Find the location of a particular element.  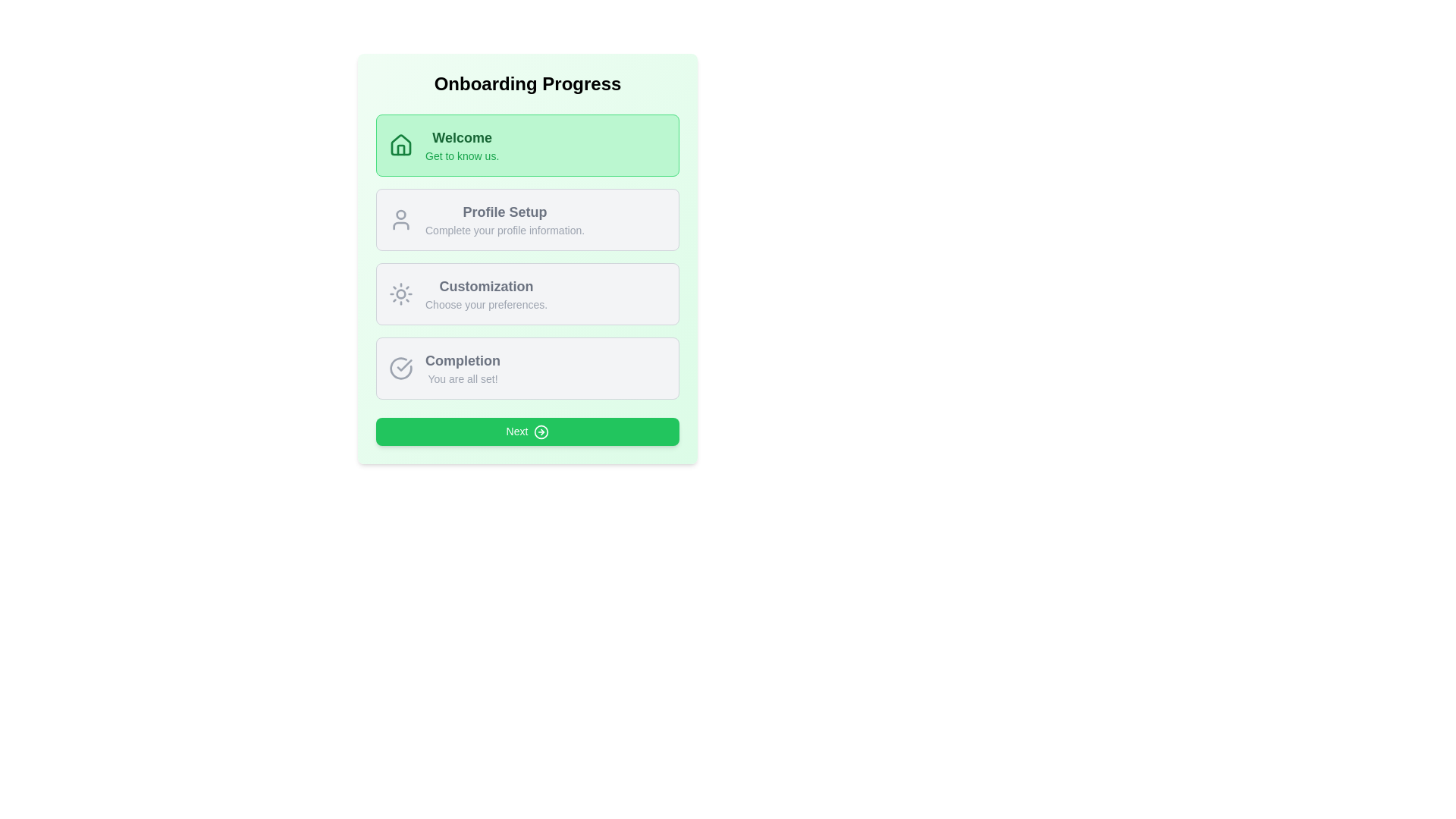

the button at the bottom of the onboarding progress steps to proceed to the next step is located at coordinates (528, 431).